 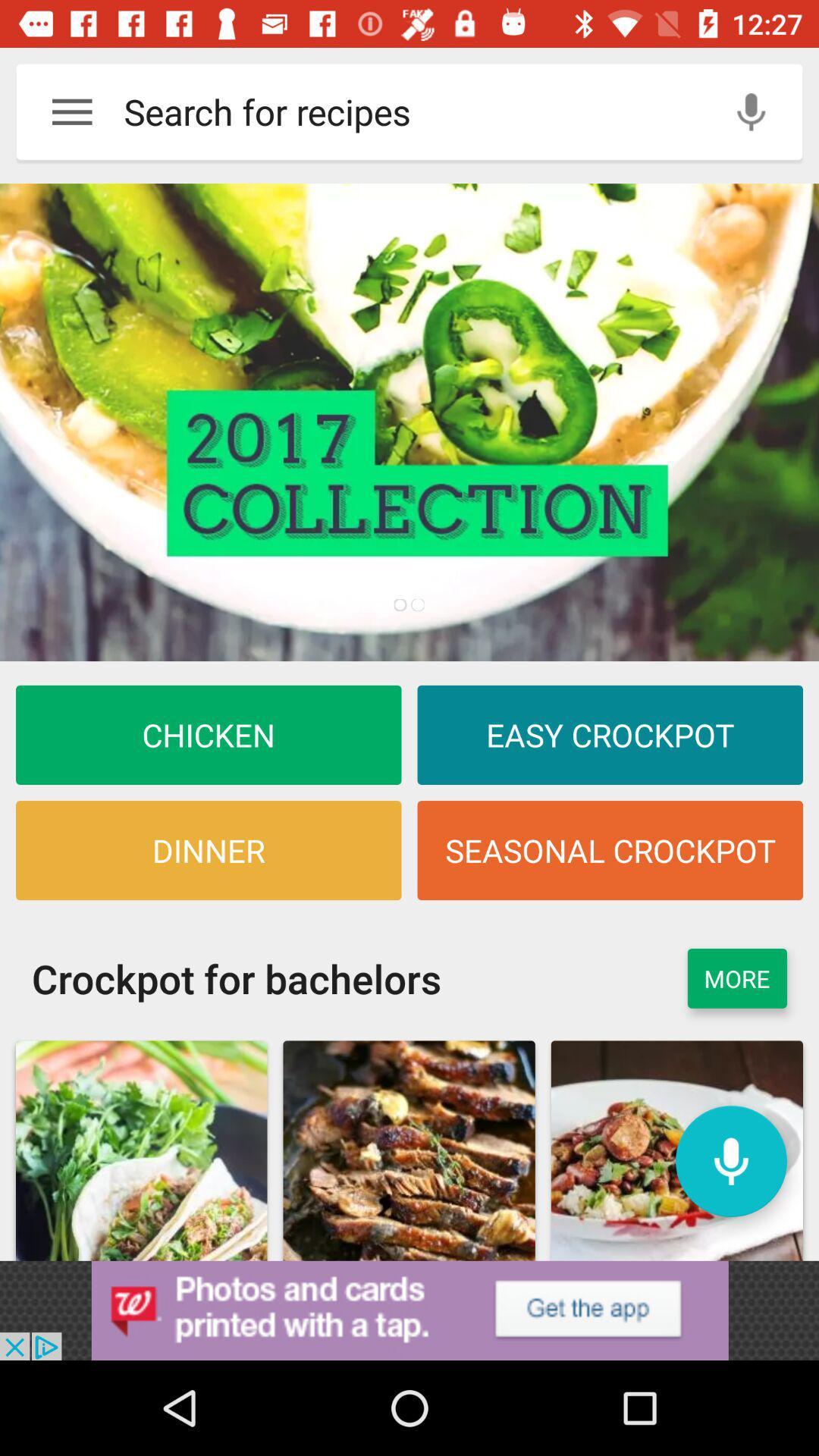 What do you see at coordinates (730, 1160) in the screenshot?
I see `microphone` at bounding box center [730, 1160].